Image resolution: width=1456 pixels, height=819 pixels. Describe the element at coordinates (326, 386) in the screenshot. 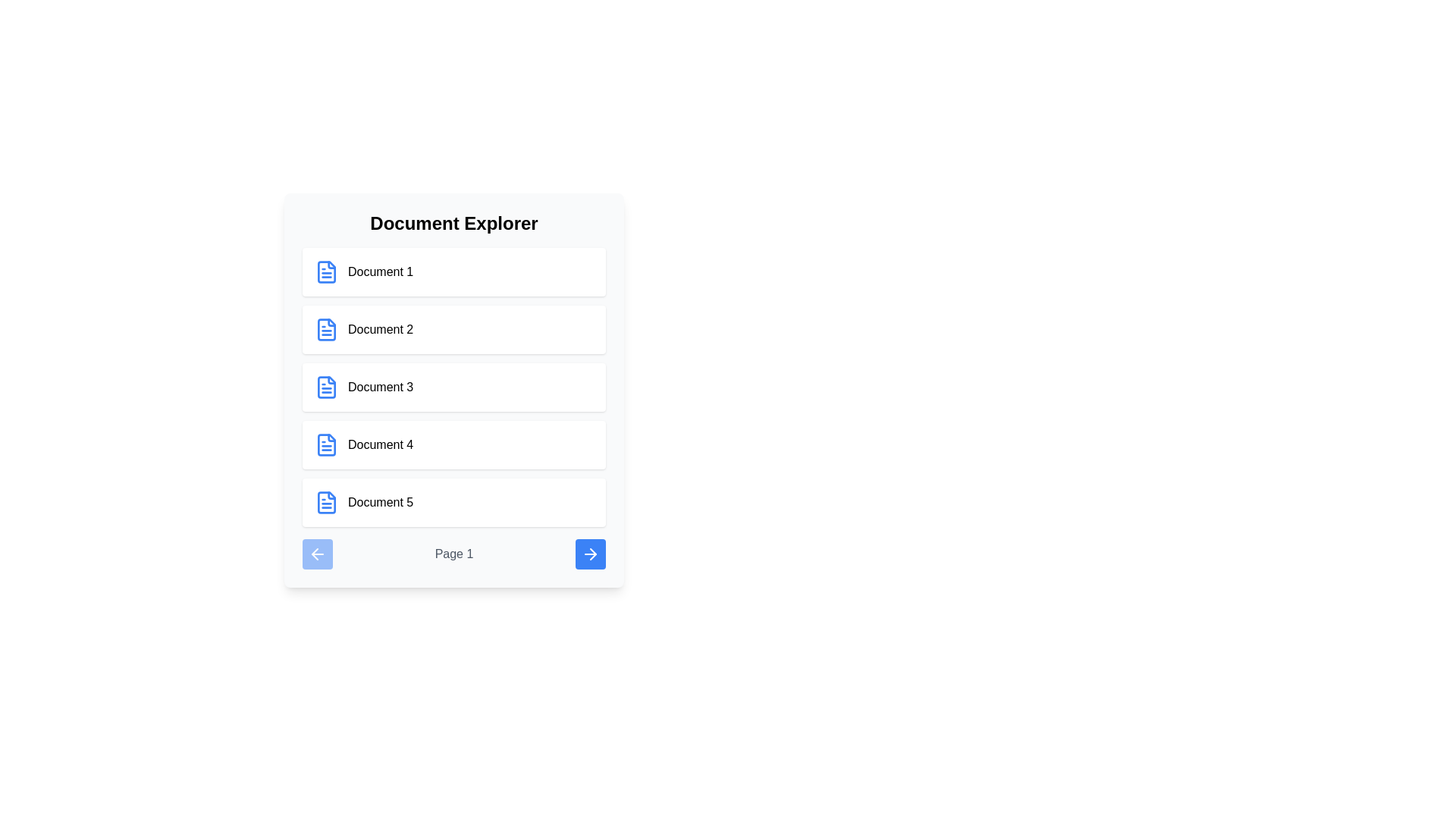

I see `the document icon that represents 'Document 3'` at that location.